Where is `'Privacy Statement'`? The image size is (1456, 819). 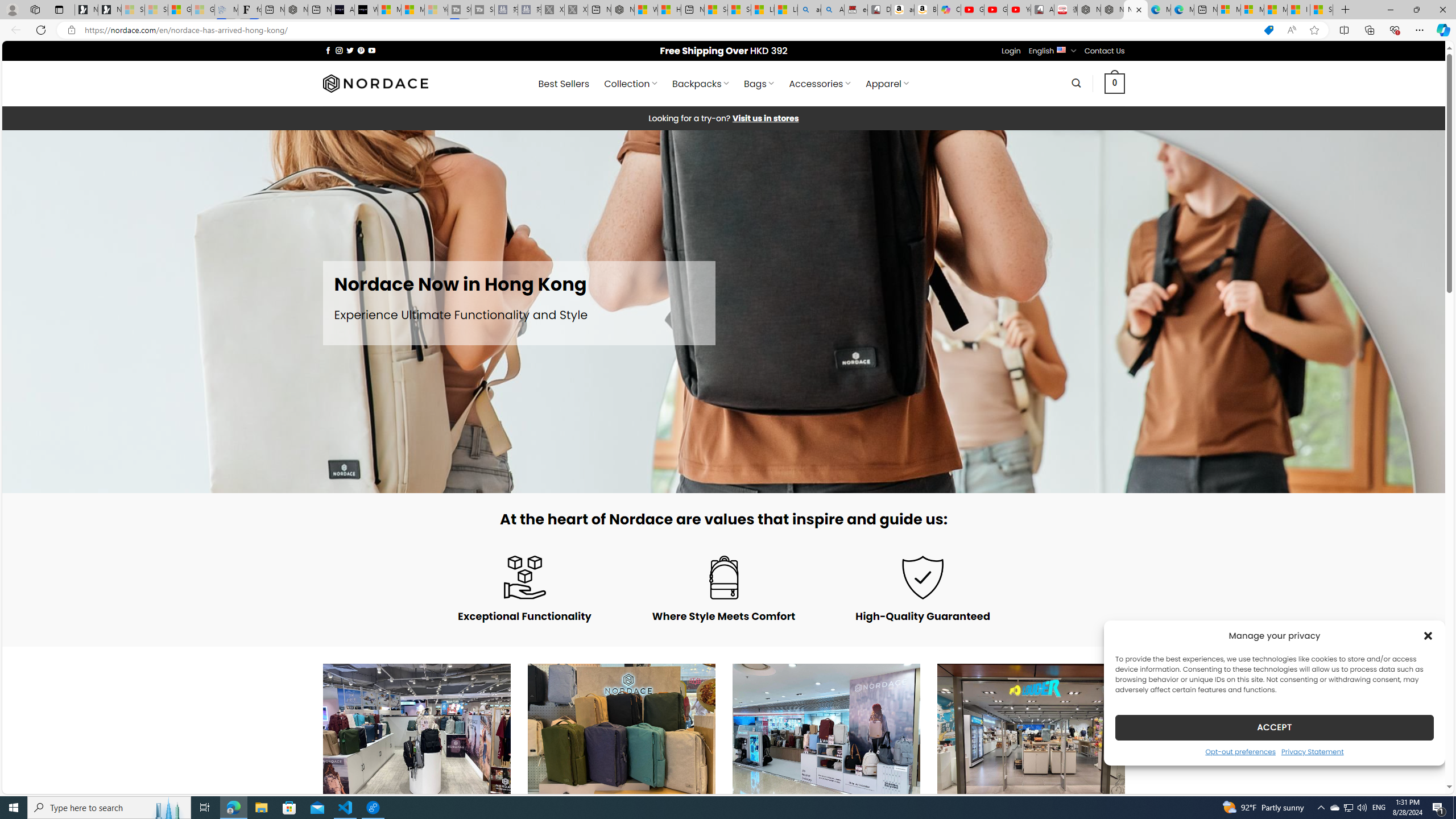
'Privacy Statement' is located at coordinates (1312, 751).